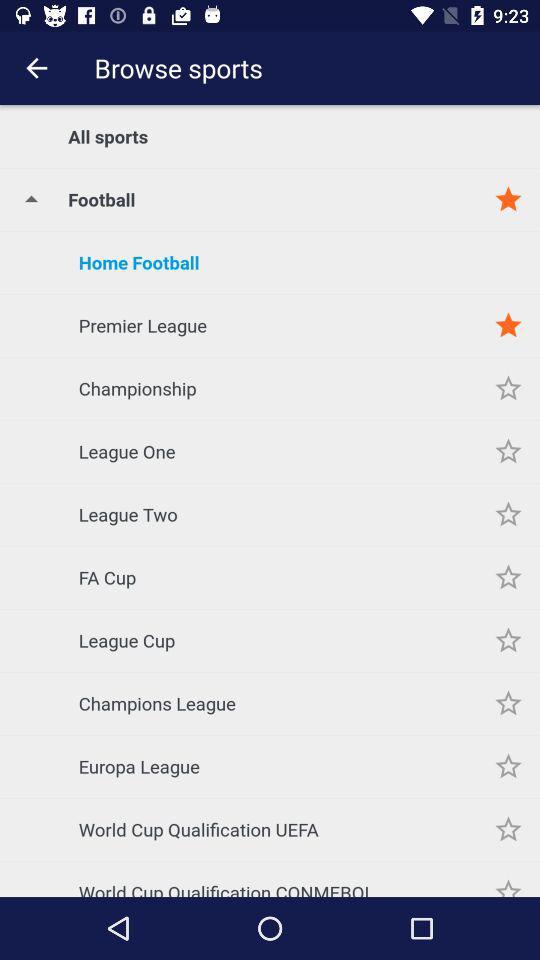 The width and height of the screenshot is (540, 960). What do you see at coordinates (508, 513) in the screenshot?
I see `league` at bounding box center [508, 513].